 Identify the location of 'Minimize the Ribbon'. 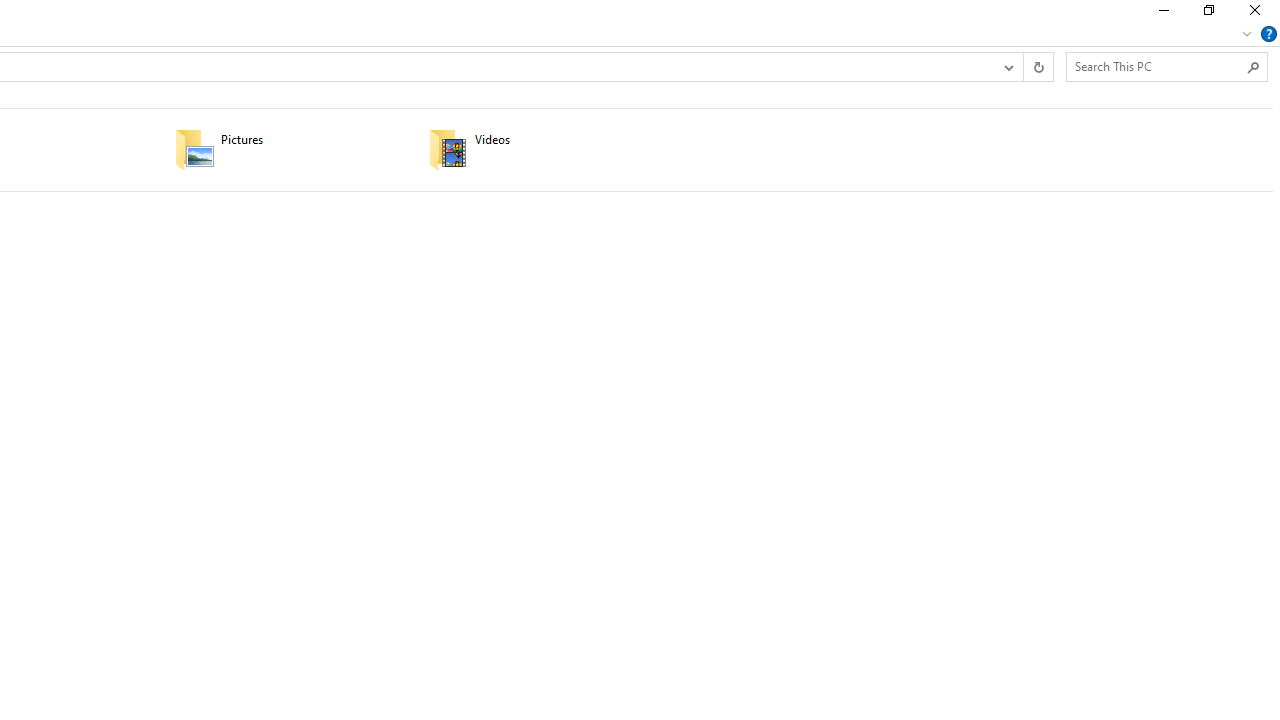
(1246, 33).